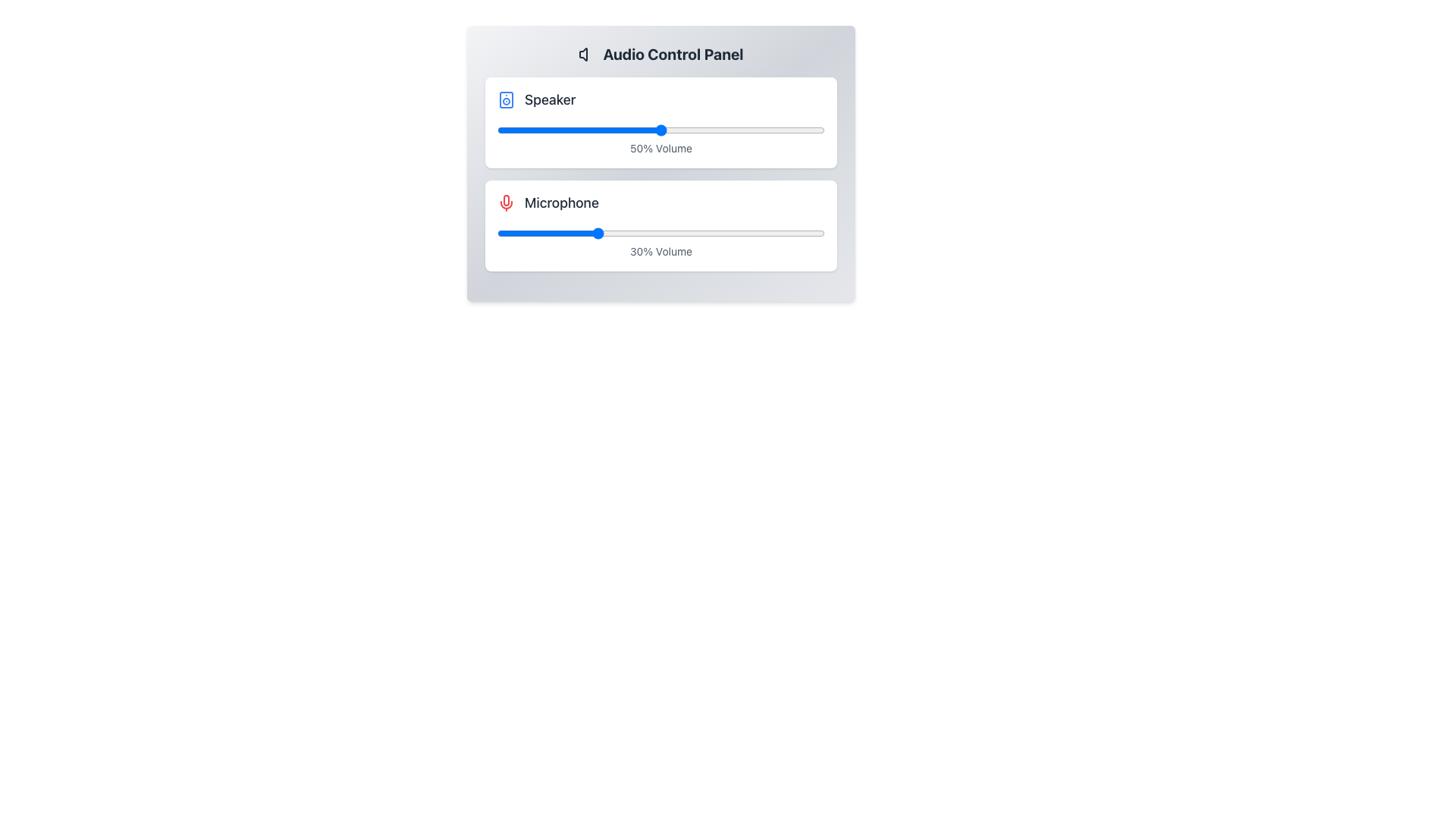  What do you see at coordinates (533, 130) in the screenshot?
I see `the slider value` at bounding box center [533, 130].